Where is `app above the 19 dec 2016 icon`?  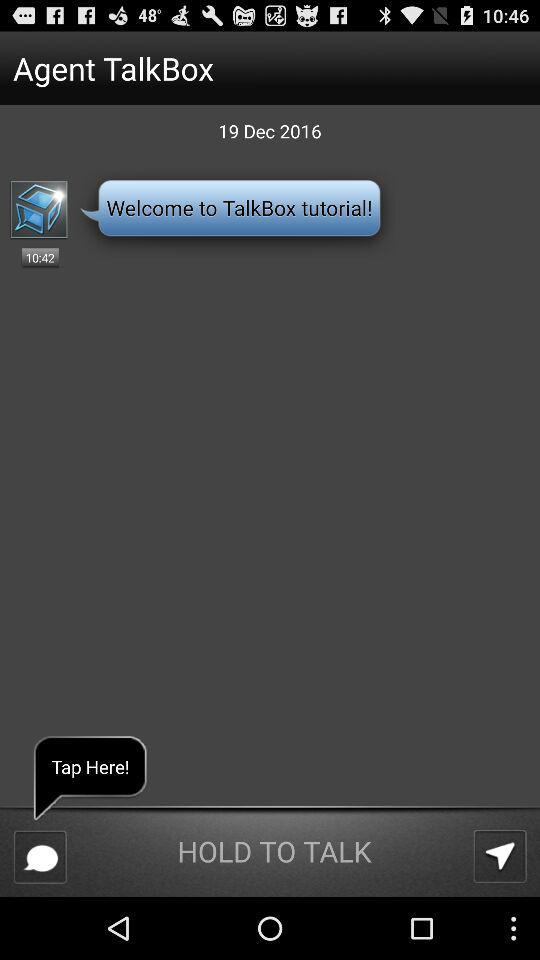
app above the 19 dec 2016 icon is located at coordinates (232, 68).